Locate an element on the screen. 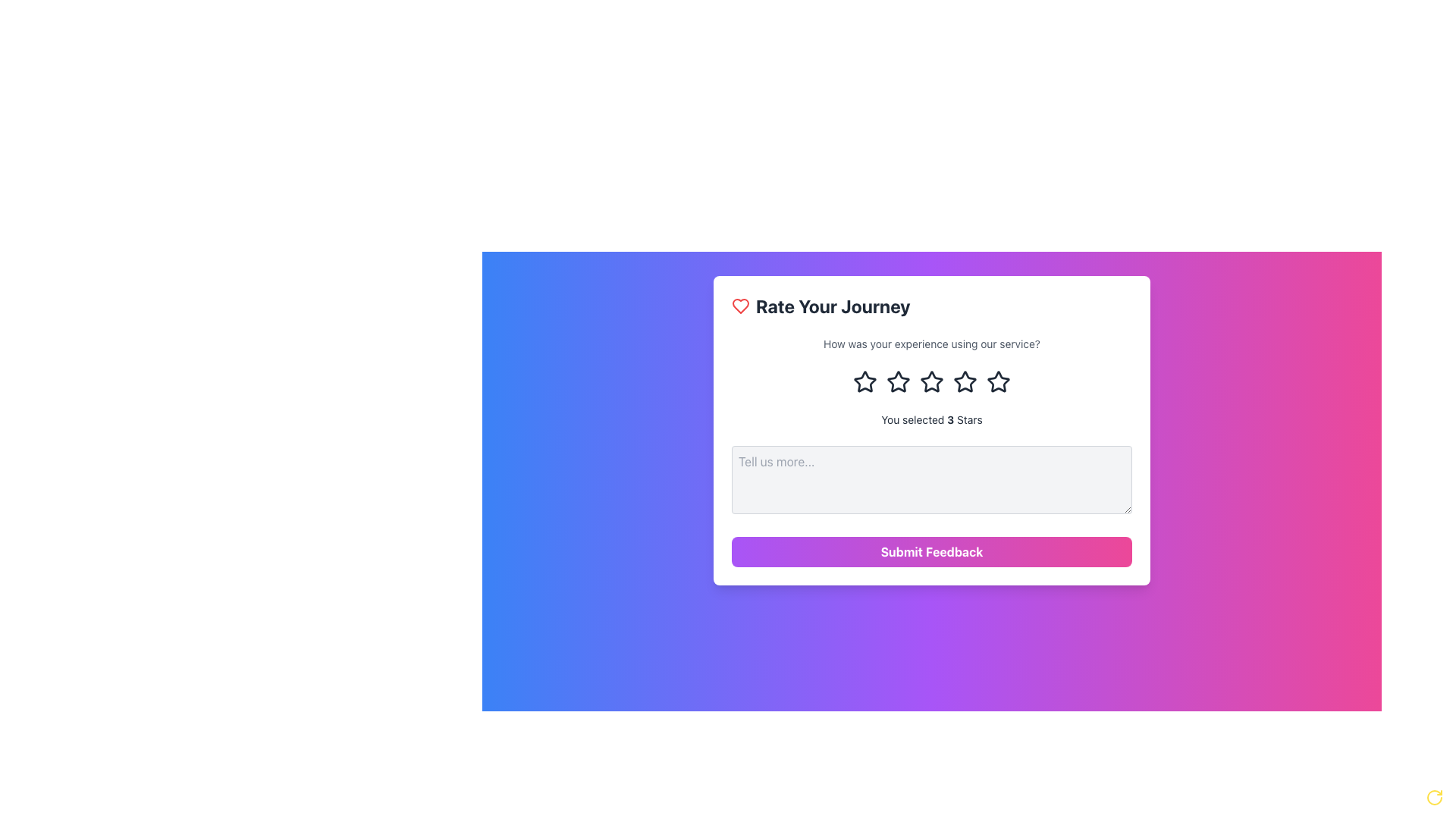 The height and width of the screenshot is (819, 1456). the first star icon in the horizontal row of five rating stars is located at coordinates (865, 381).